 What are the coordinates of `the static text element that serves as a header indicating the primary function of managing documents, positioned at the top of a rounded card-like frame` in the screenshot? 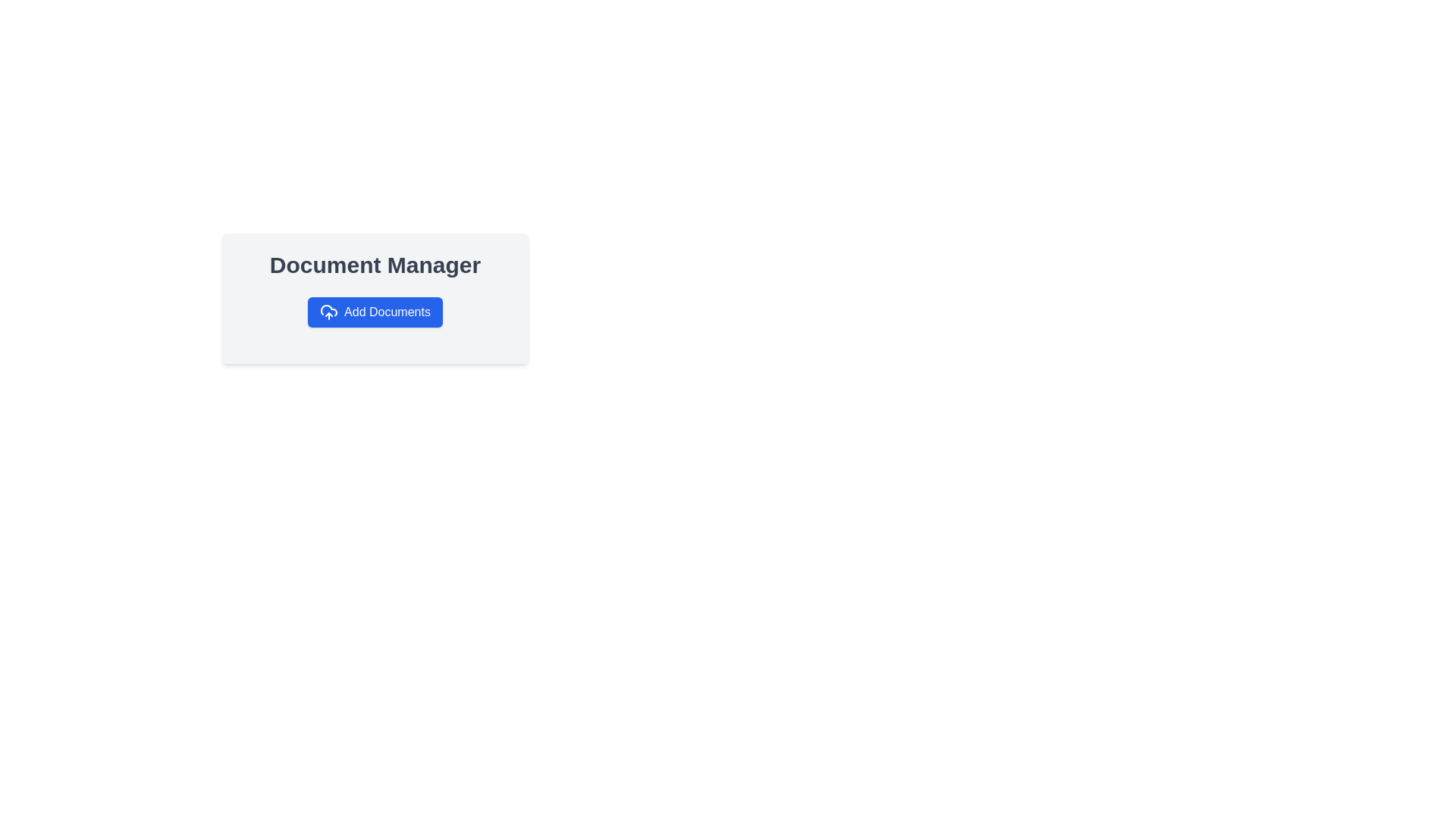 It's located at (375, 265).